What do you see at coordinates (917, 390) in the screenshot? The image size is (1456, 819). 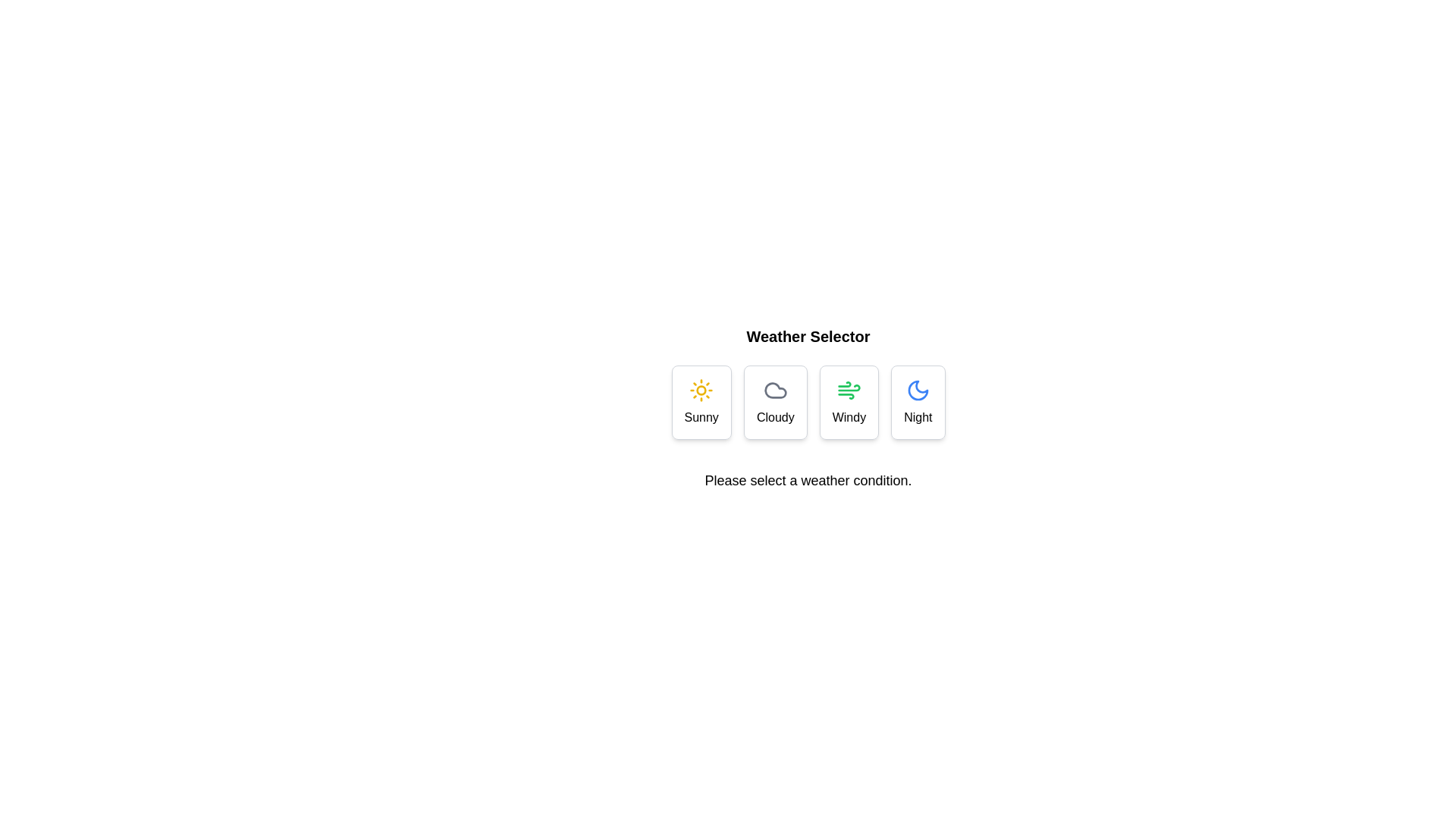 I see `the 'Night' weather condition icon, which is the fourth icon in the weather selection interface under the 'Weather Selector' heading` at bounding box center [917, 390].